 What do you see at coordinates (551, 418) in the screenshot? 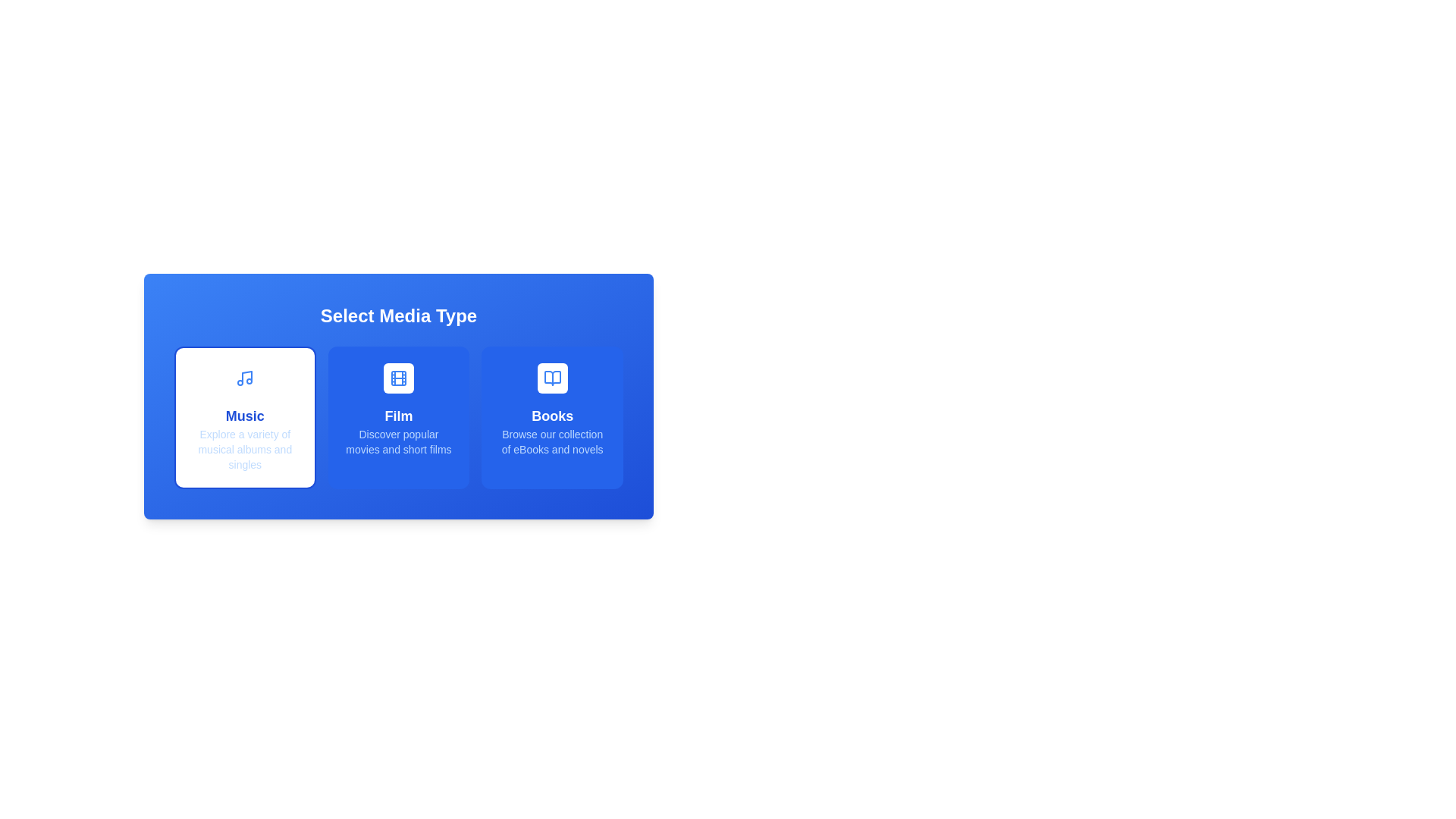
I see `the Card Component that serves as a navigation item for exploring eBooks and novels, positioned as the third card in a row of three cards, located on the far right after 'Music' and 'Film'` at bounding box center [551, 418].